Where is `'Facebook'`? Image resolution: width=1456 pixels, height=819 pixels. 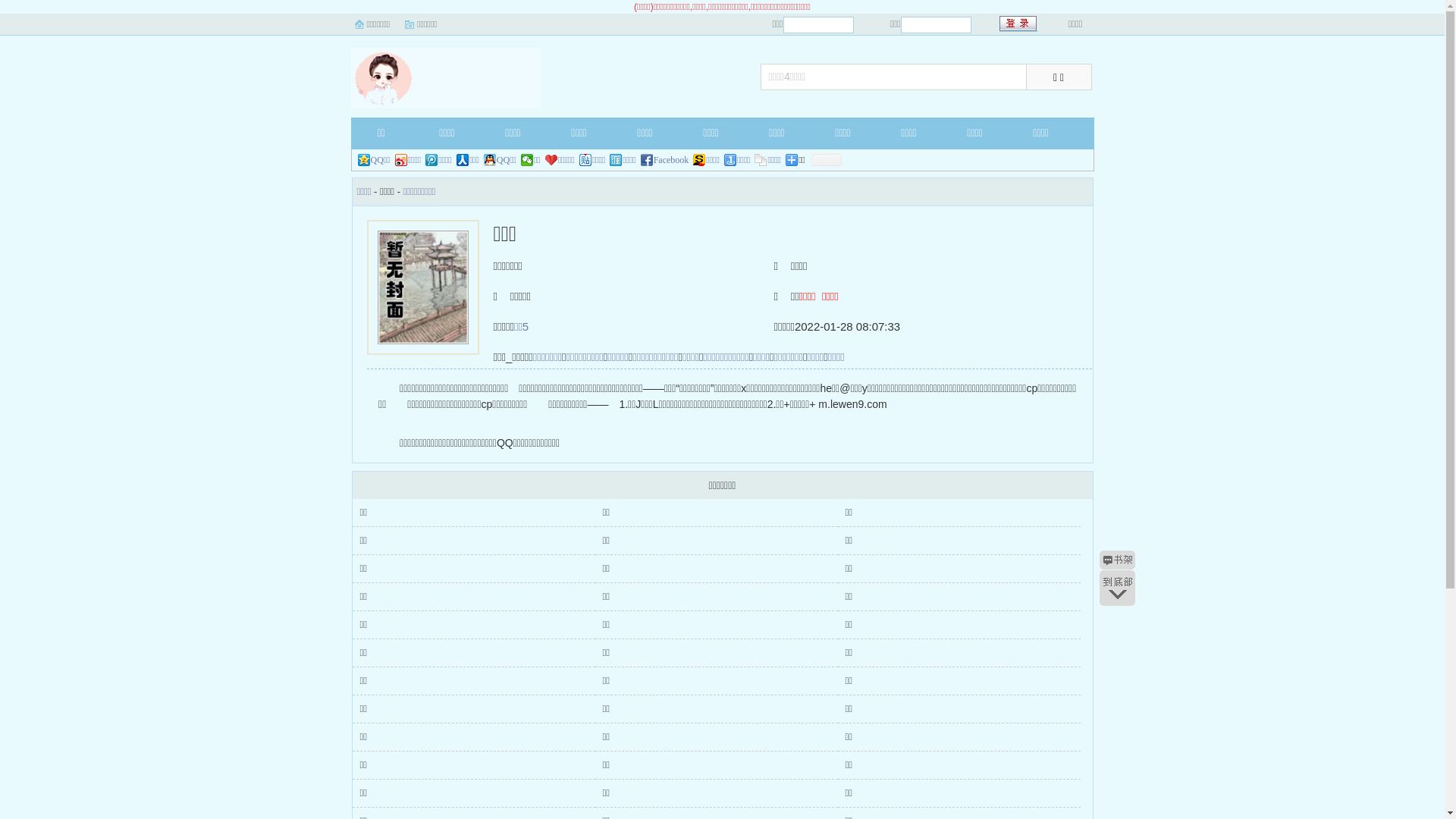
'Facebook' is located at coordinates (665, 160).